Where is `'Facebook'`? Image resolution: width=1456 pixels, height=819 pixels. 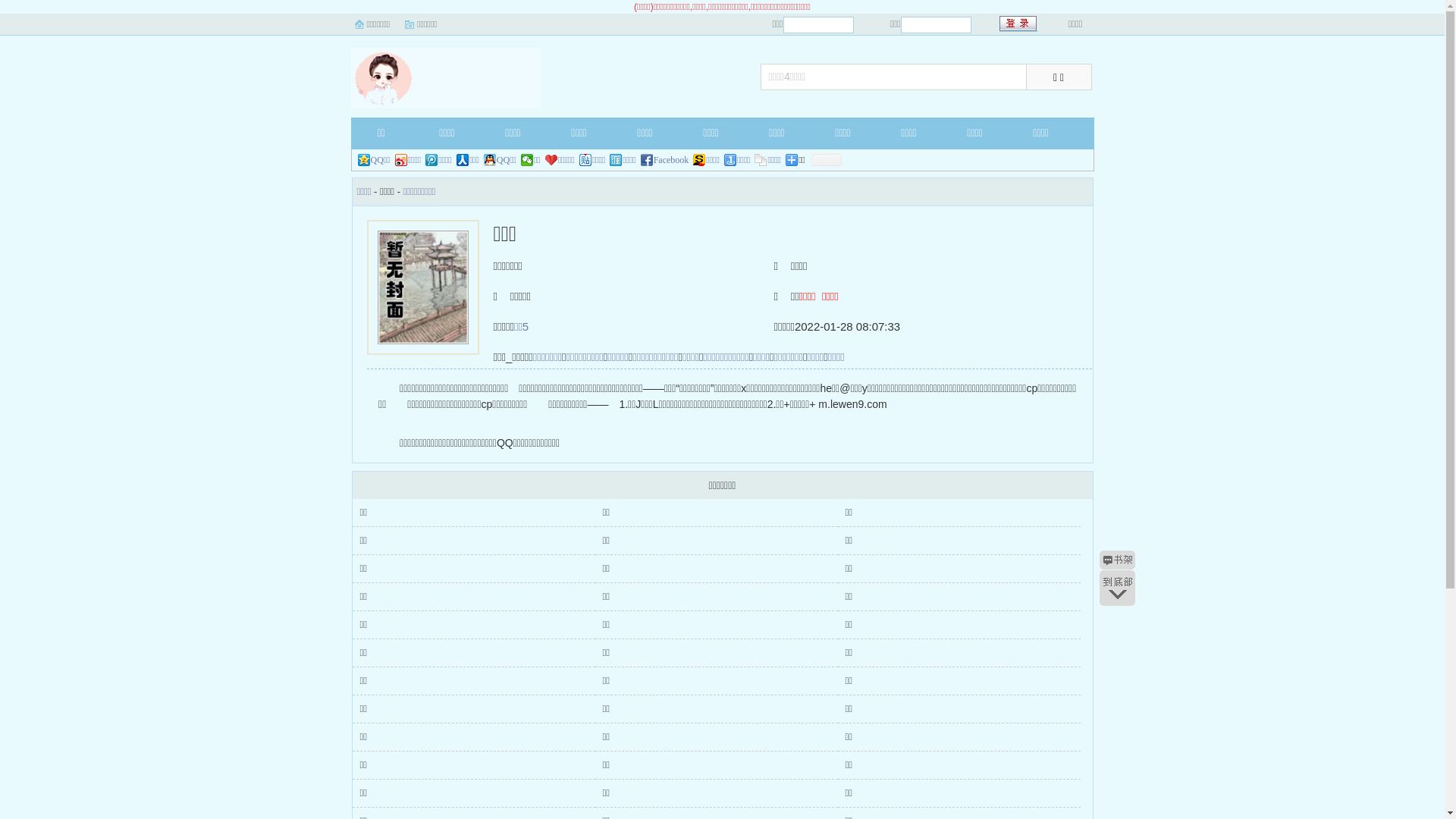
'Facebook' is located at coordinates (665, 160).